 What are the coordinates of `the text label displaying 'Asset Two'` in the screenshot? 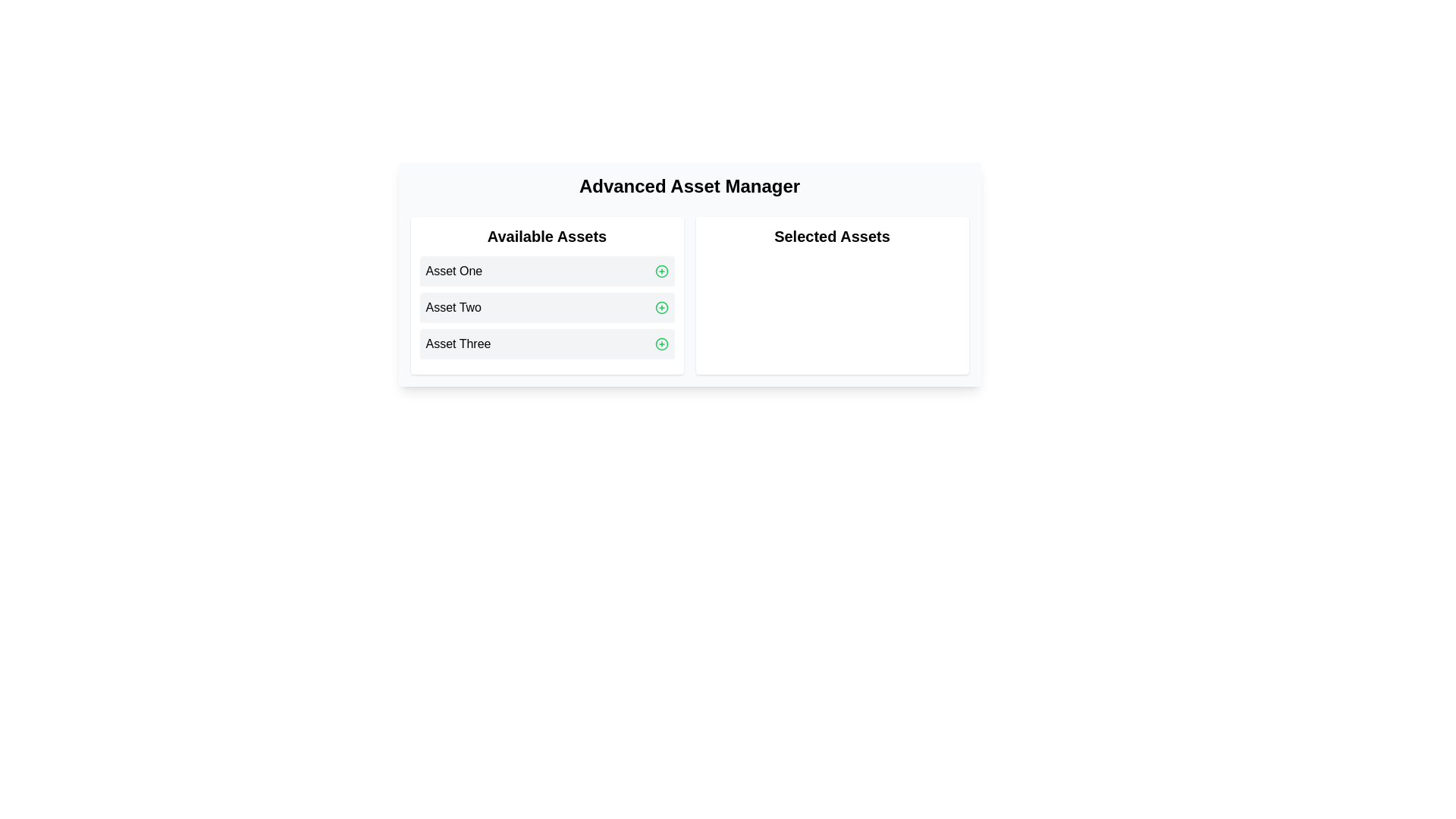 It's located at (453, 307).